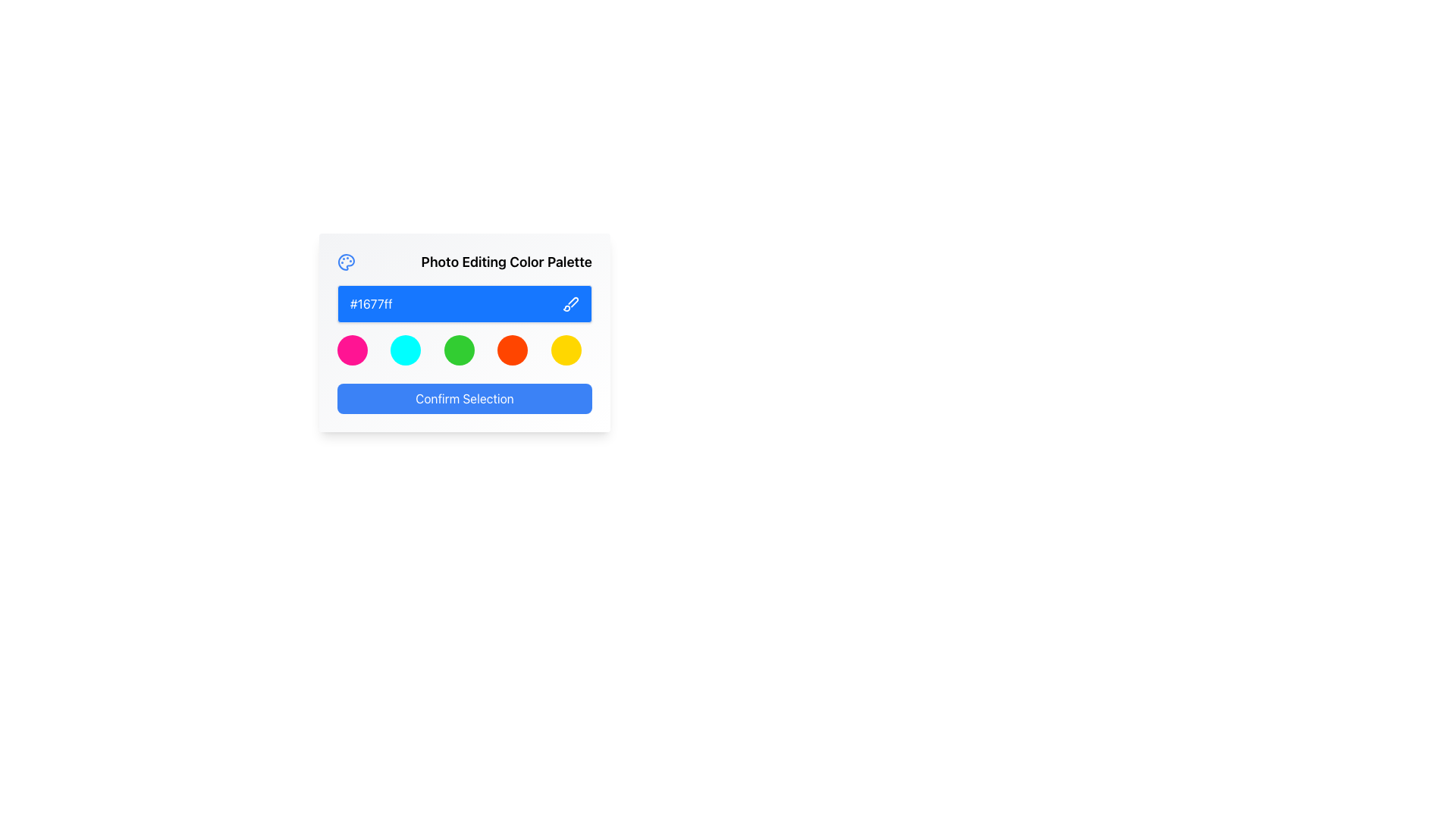 The image size is (1456, 819). Describe the element at coordinates (464, 397) in the screenshot. I see `the confirmation button in the 'Photo Editing Color Palette' interface` at that location.